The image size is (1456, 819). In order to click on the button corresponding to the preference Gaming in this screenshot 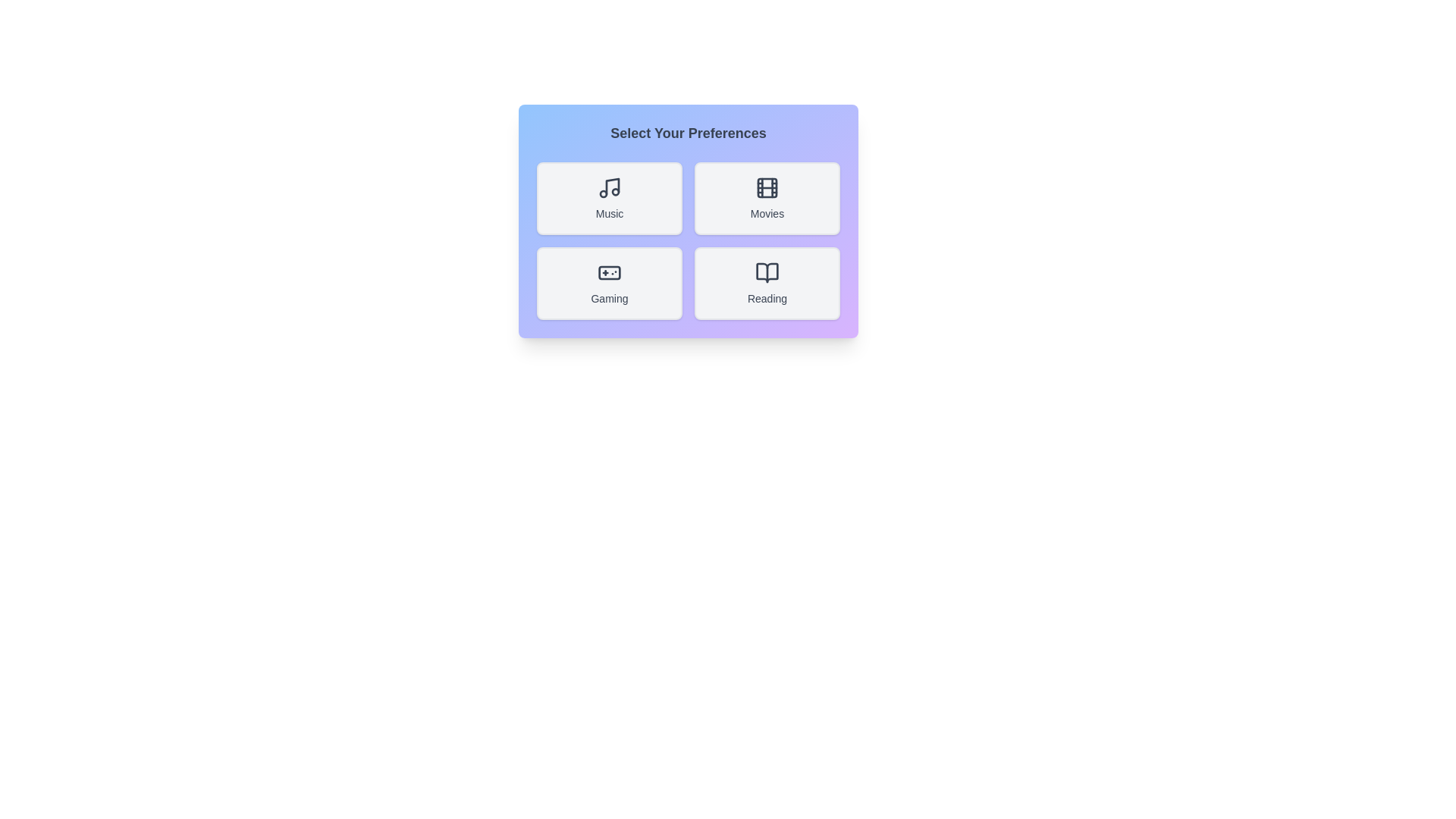, I will do `click(610, 284)`.